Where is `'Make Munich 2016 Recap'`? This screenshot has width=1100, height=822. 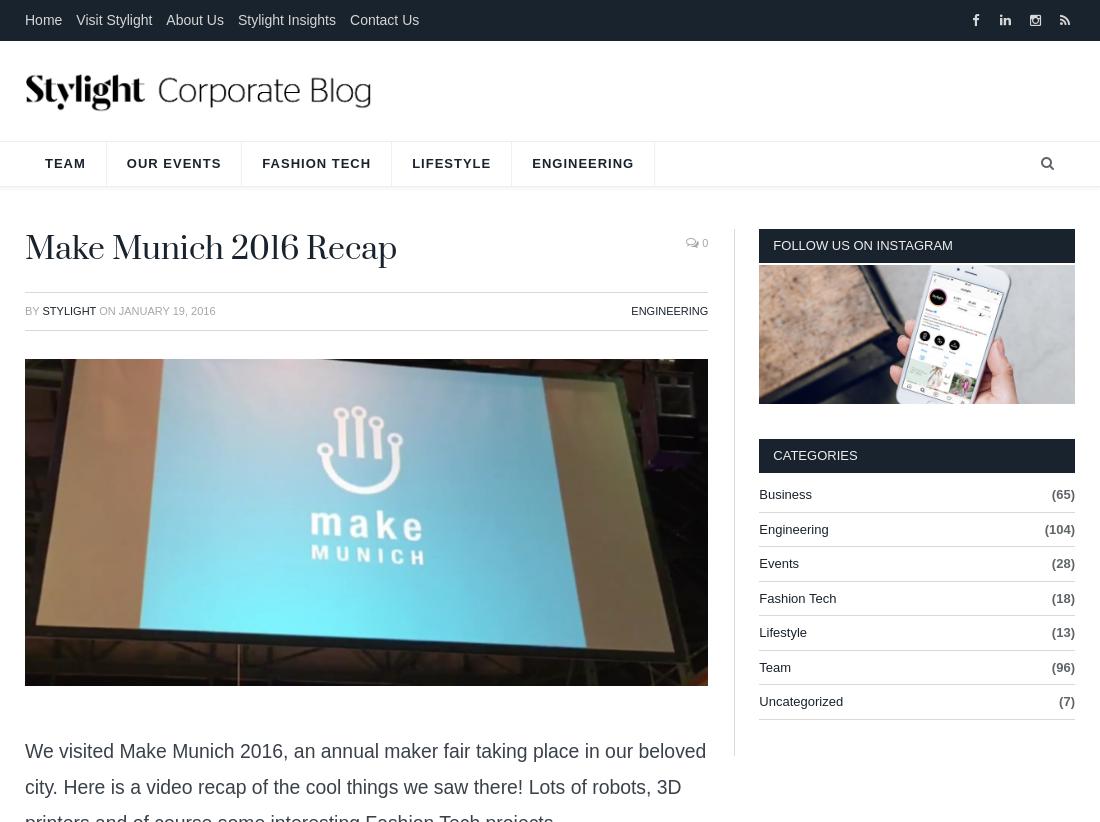
'Make Munich 2016 Recap' is located at coordinates (210, 248).